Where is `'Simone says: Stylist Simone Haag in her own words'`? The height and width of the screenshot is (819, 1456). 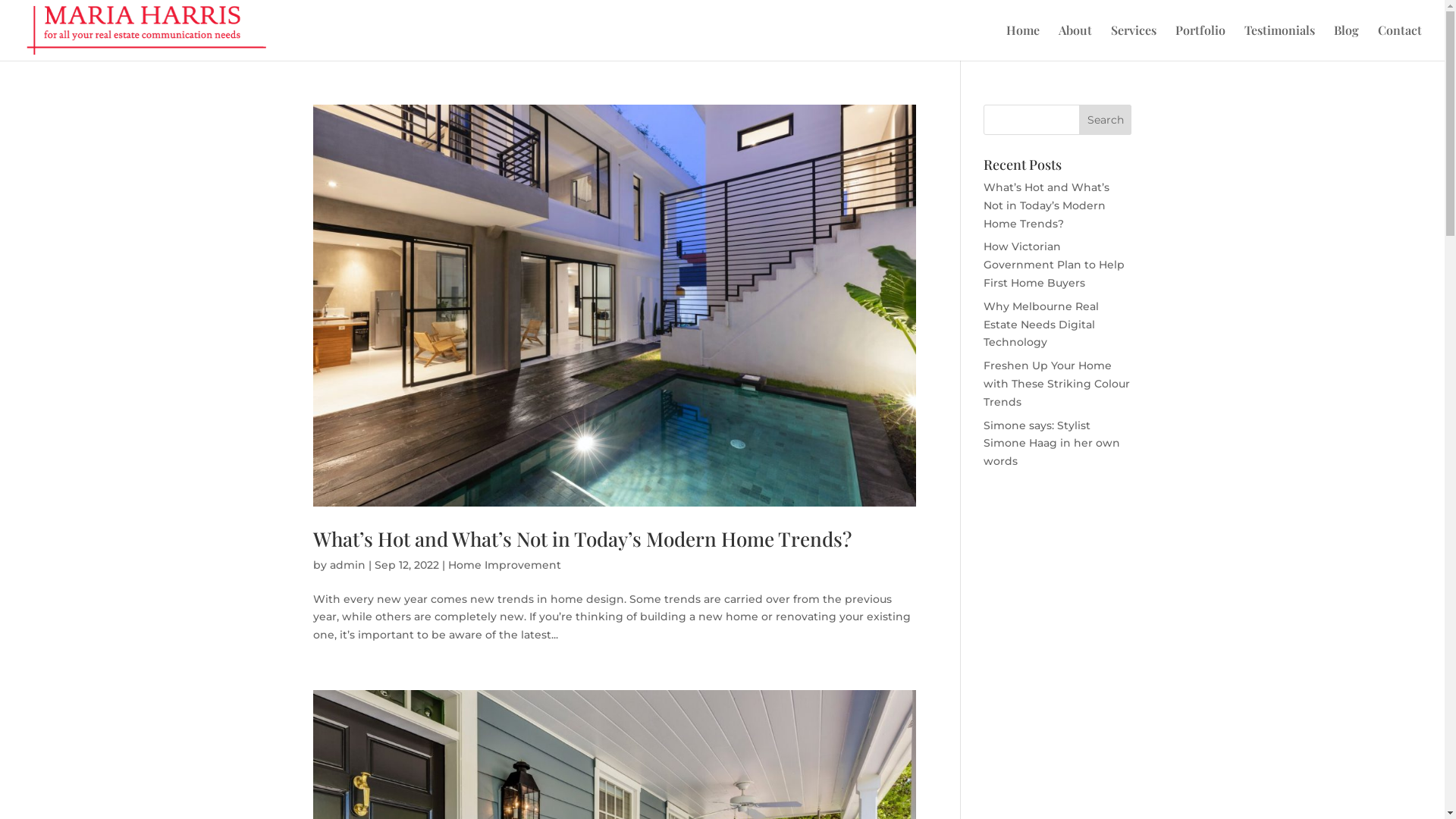 'Simone says: Stylist Simone Haag in her own words' is located at coordinates (1051, 444).